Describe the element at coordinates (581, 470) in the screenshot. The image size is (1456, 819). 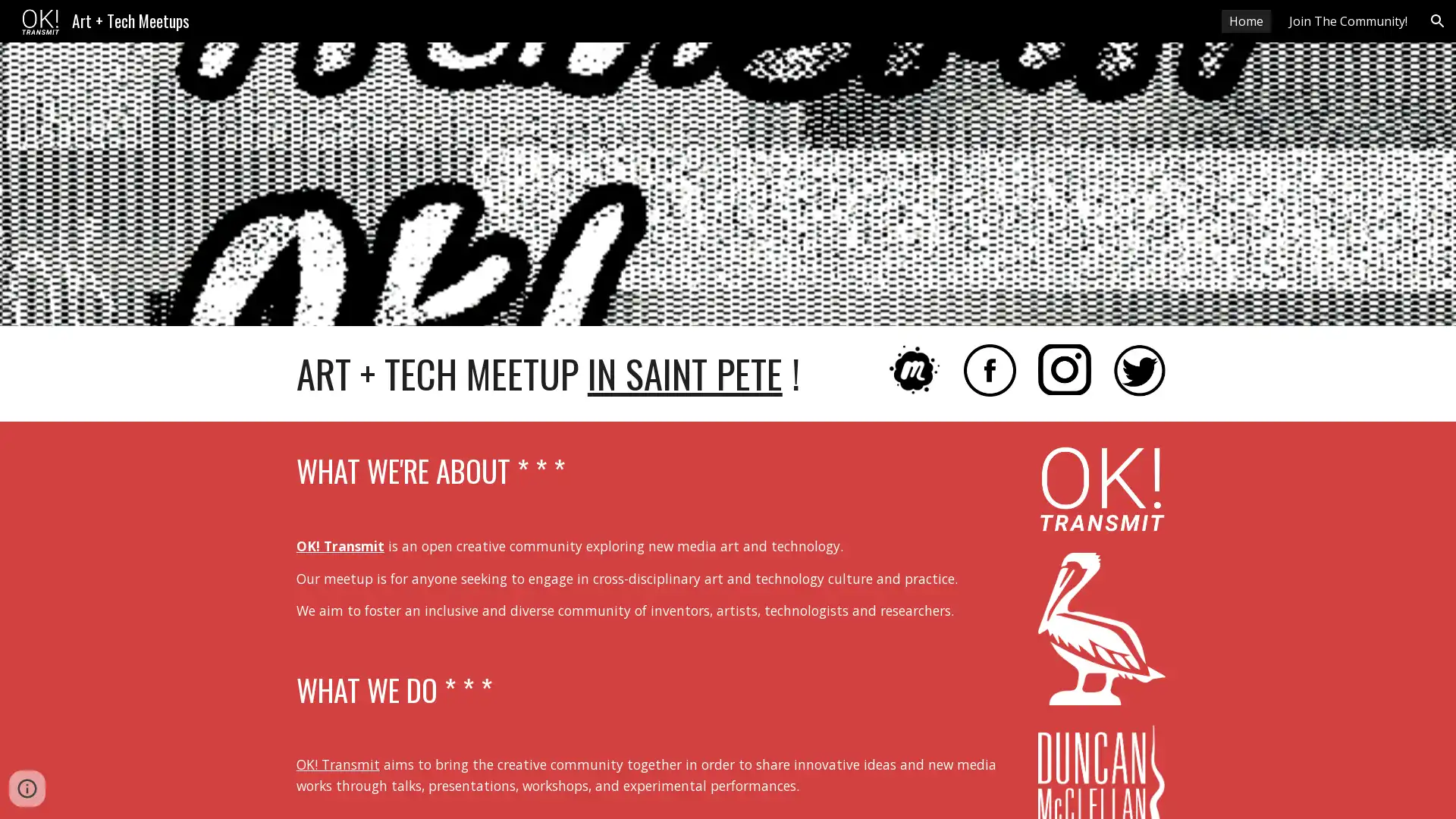
I see `Copy heading link` at that location.